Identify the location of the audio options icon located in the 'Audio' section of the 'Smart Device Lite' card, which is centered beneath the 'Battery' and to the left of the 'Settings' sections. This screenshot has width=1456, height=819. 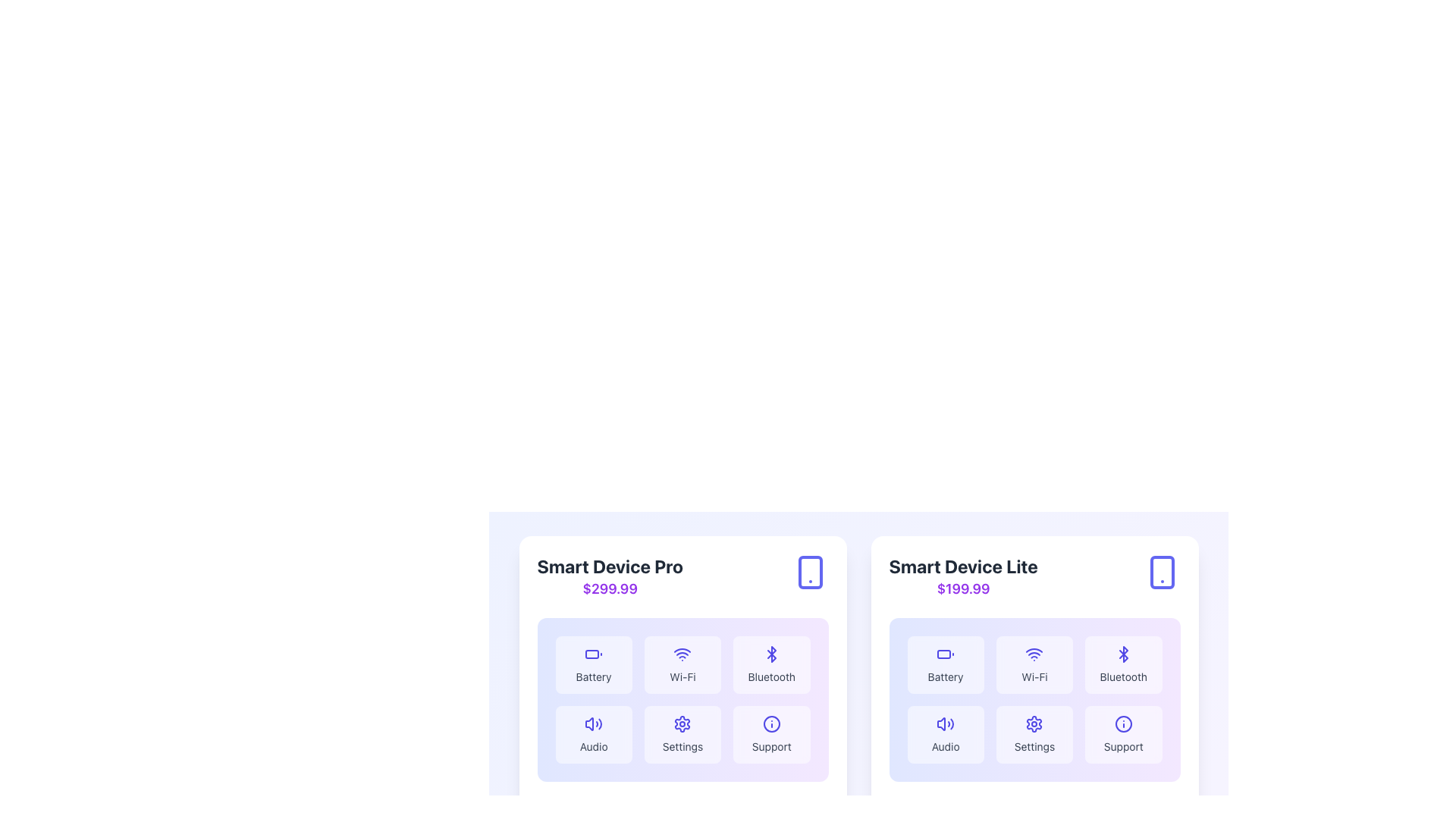
(945, 723).